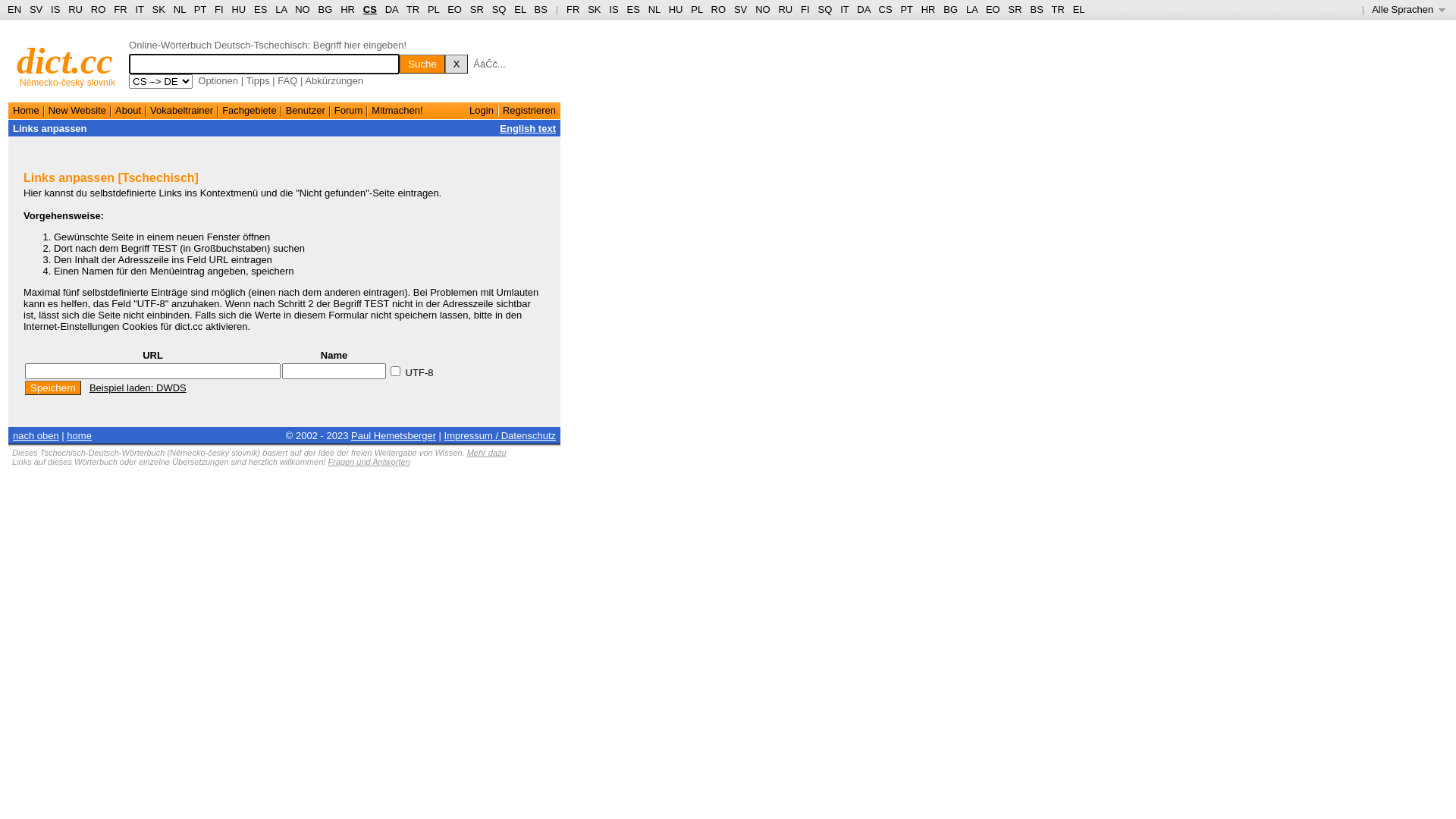 The width and height of the screenshot is (1456, 819). Describe the element at coordinates (78, 435) in the screenshot. I see `'home'` at that location.